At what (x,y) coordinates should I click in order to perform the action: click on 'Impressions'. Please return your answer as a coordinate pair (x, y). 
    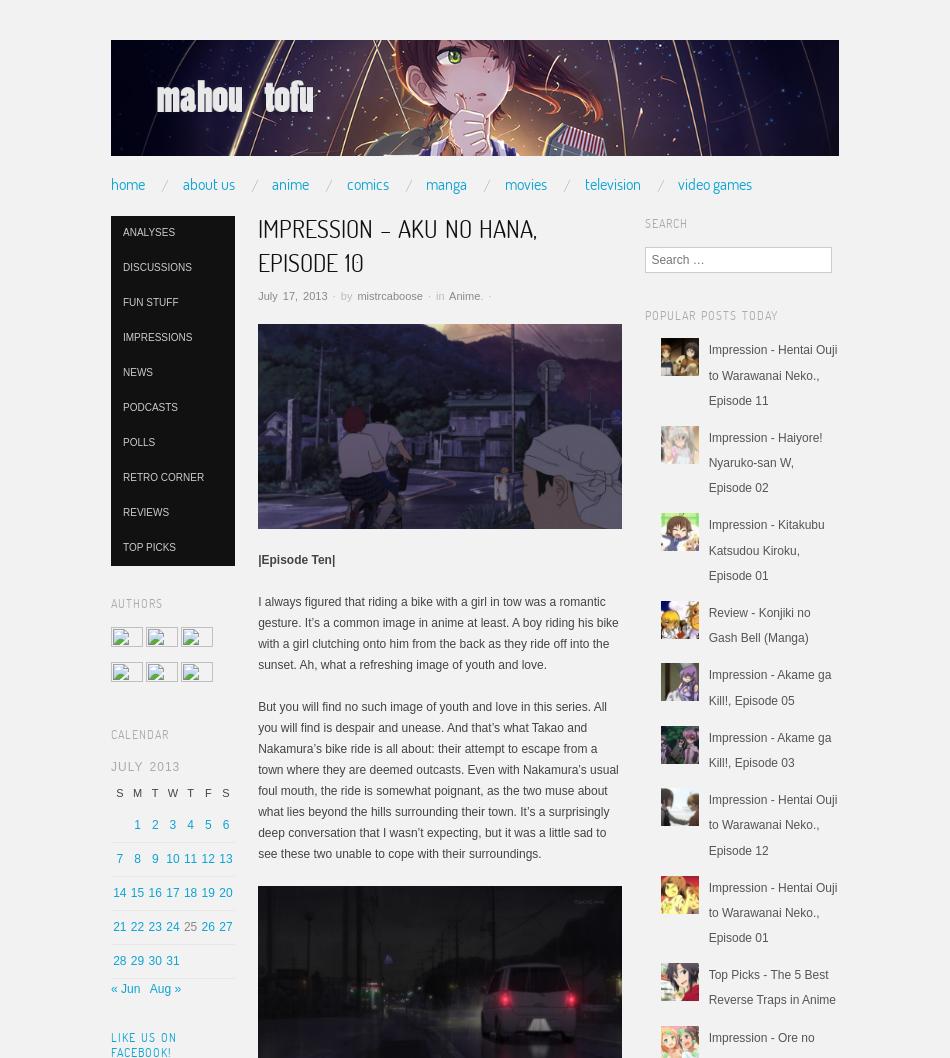
    Looking at the image, I should click on (157, 336).